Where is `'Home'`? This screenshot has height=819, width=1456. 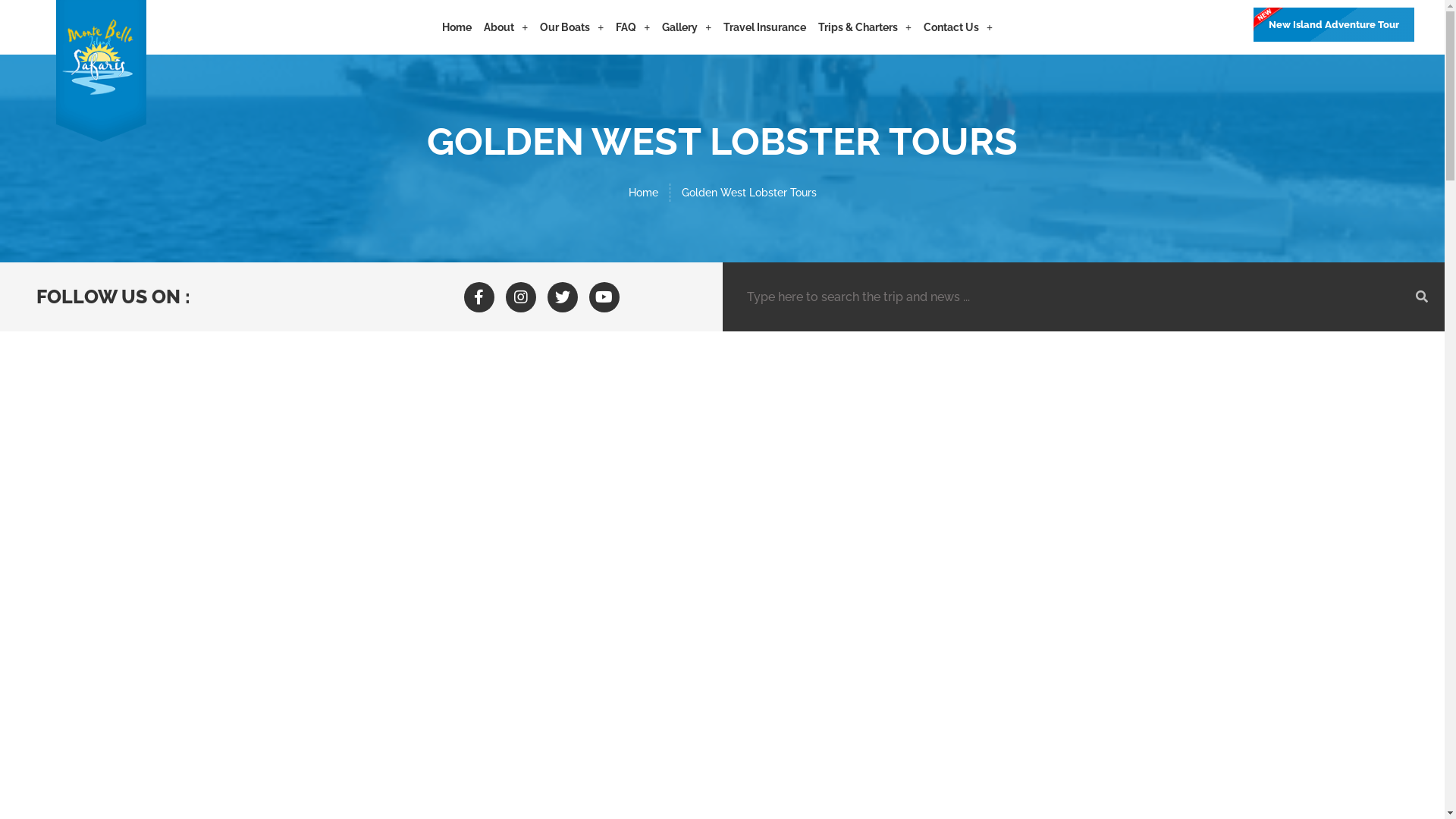
'Home' is located at coordinates (456, 27).